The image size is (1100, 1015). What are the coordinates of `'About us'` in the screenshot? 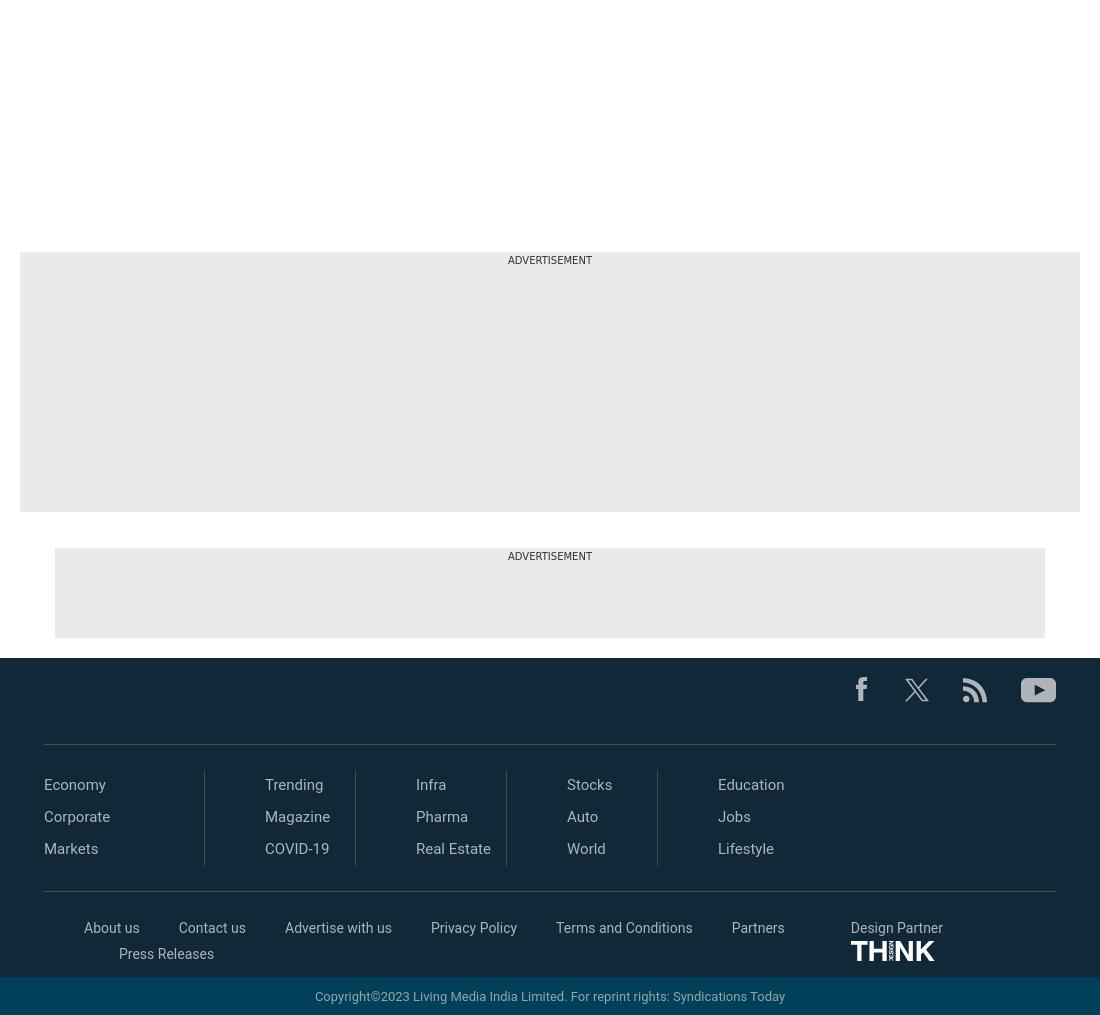 It's located at (111, 925).